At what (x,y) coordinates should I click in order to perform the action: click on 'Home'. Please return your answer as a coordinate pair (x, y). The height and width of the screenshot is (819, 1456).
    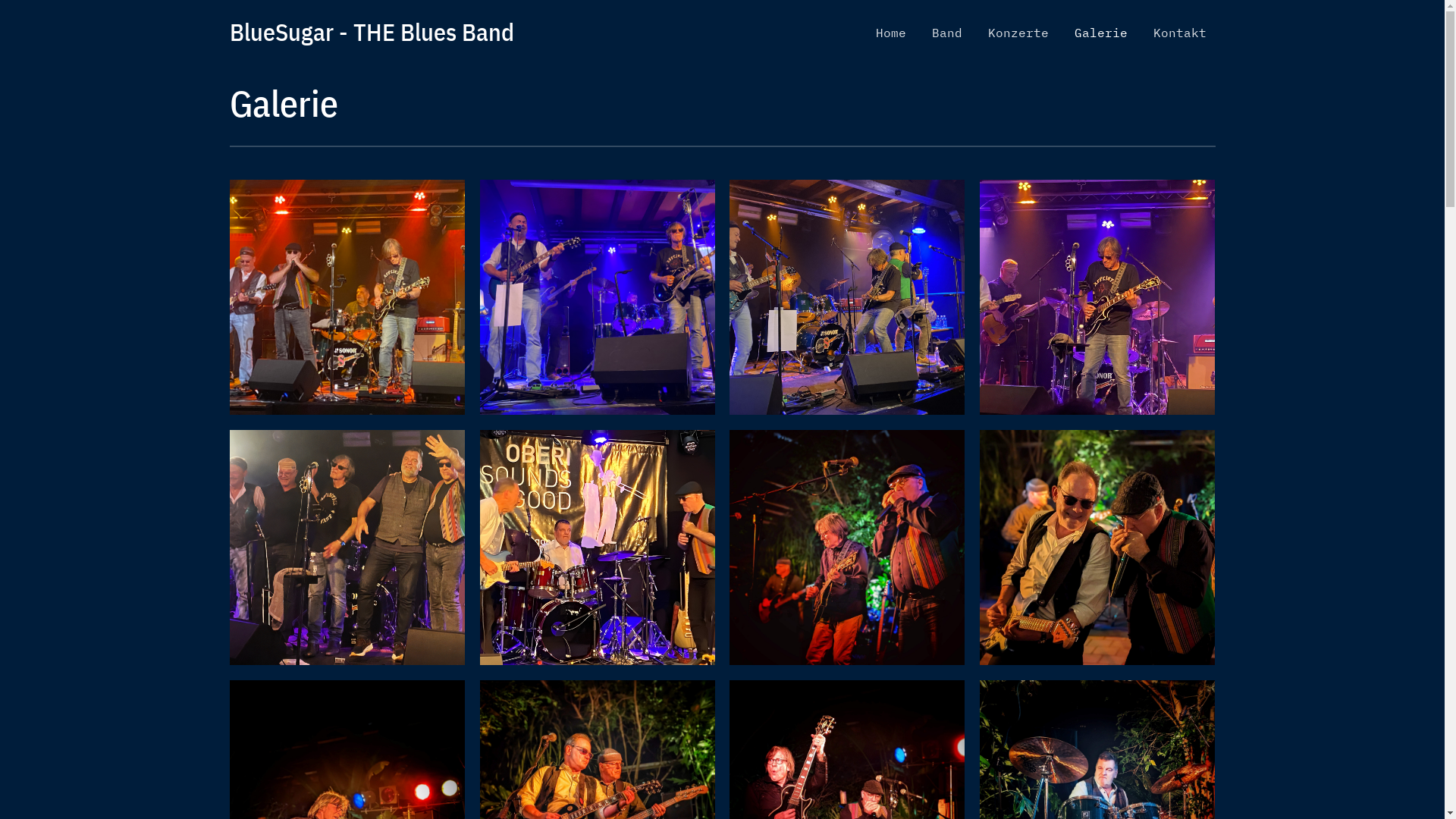
    Looking at the image, I should click on (890, 32).